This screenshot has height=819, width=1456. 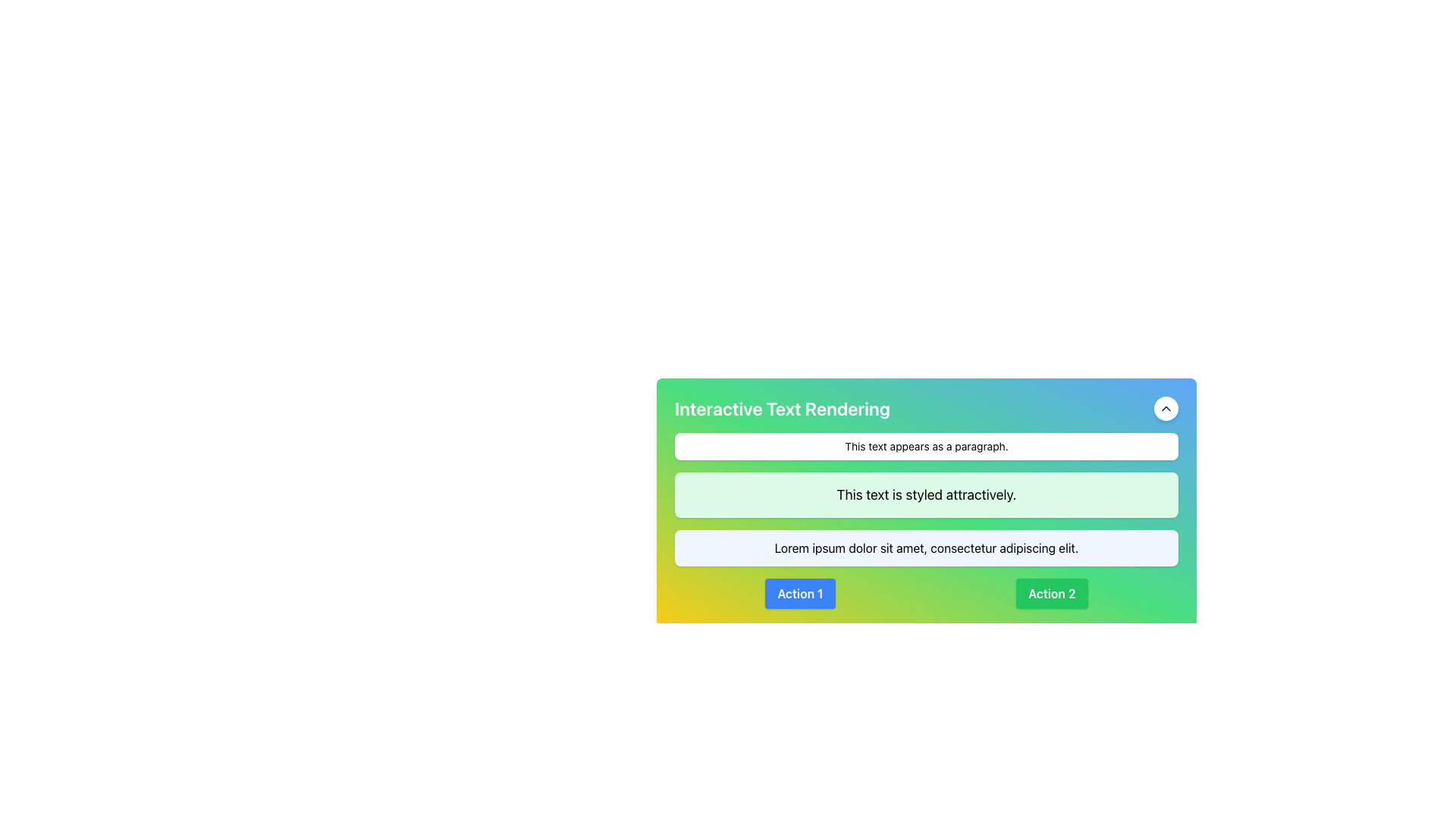 I want to click on the upward-pointing chevron icon located within the circular button at the top-right corner of the interface, so click(x=1165, y=408).